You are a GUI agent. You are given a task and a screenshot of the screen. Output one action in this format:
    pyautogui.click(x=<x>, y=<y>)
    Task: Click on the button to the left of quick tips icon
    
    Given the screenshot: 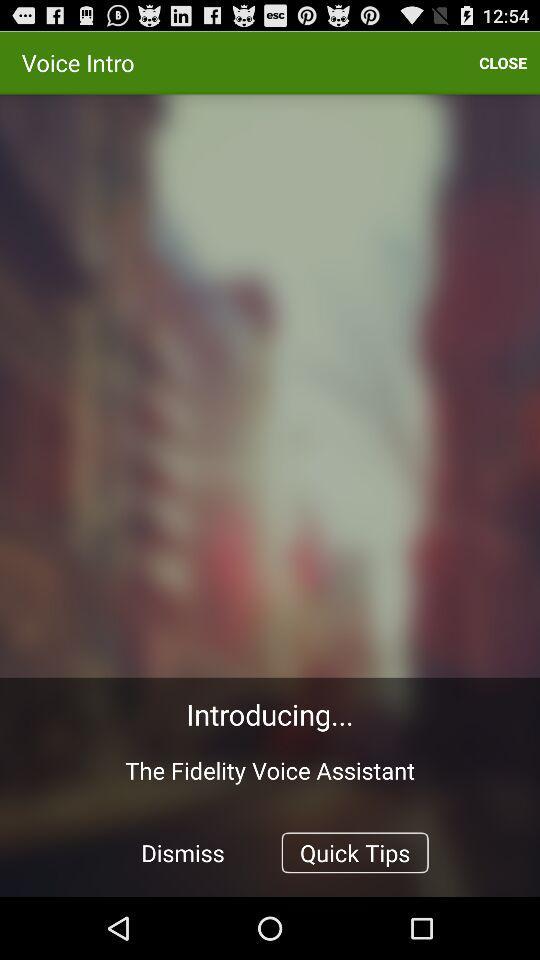 What is the action you would take?
    pyautogui.click(x=183, y=851)
    